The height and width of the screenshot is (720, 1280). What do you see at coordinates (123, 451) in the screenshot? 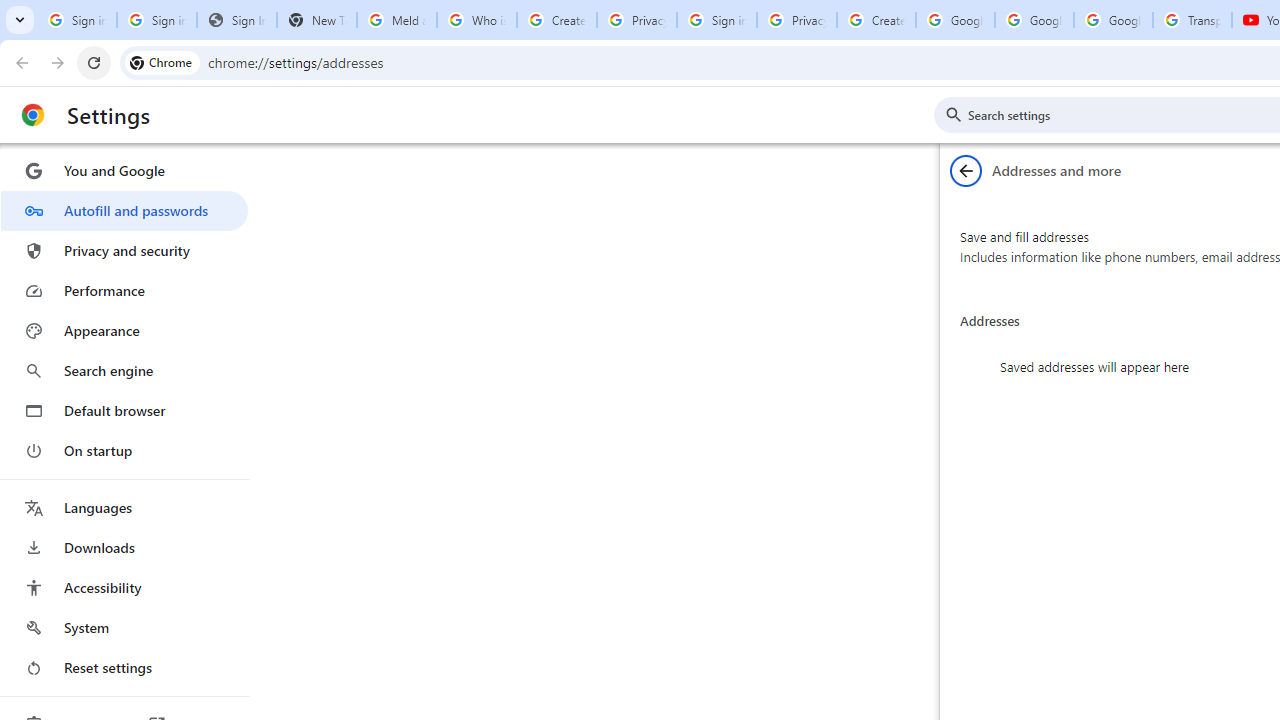
I see `'On startup'` at bounding box center [123, 451].